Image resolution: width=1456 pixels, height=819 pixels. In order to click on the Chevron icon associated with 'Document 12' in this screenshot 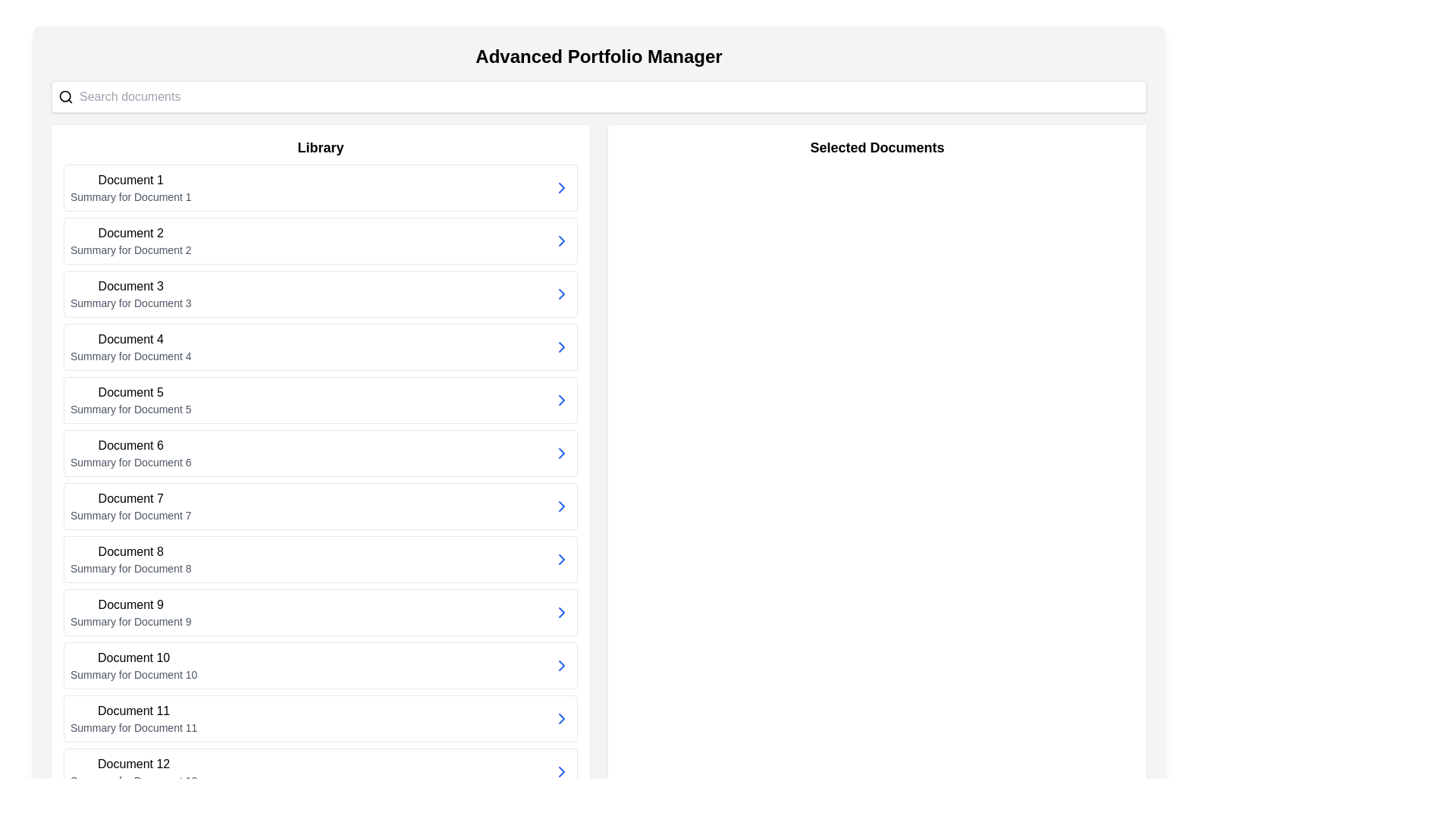, I will do `click(560, 611)`.